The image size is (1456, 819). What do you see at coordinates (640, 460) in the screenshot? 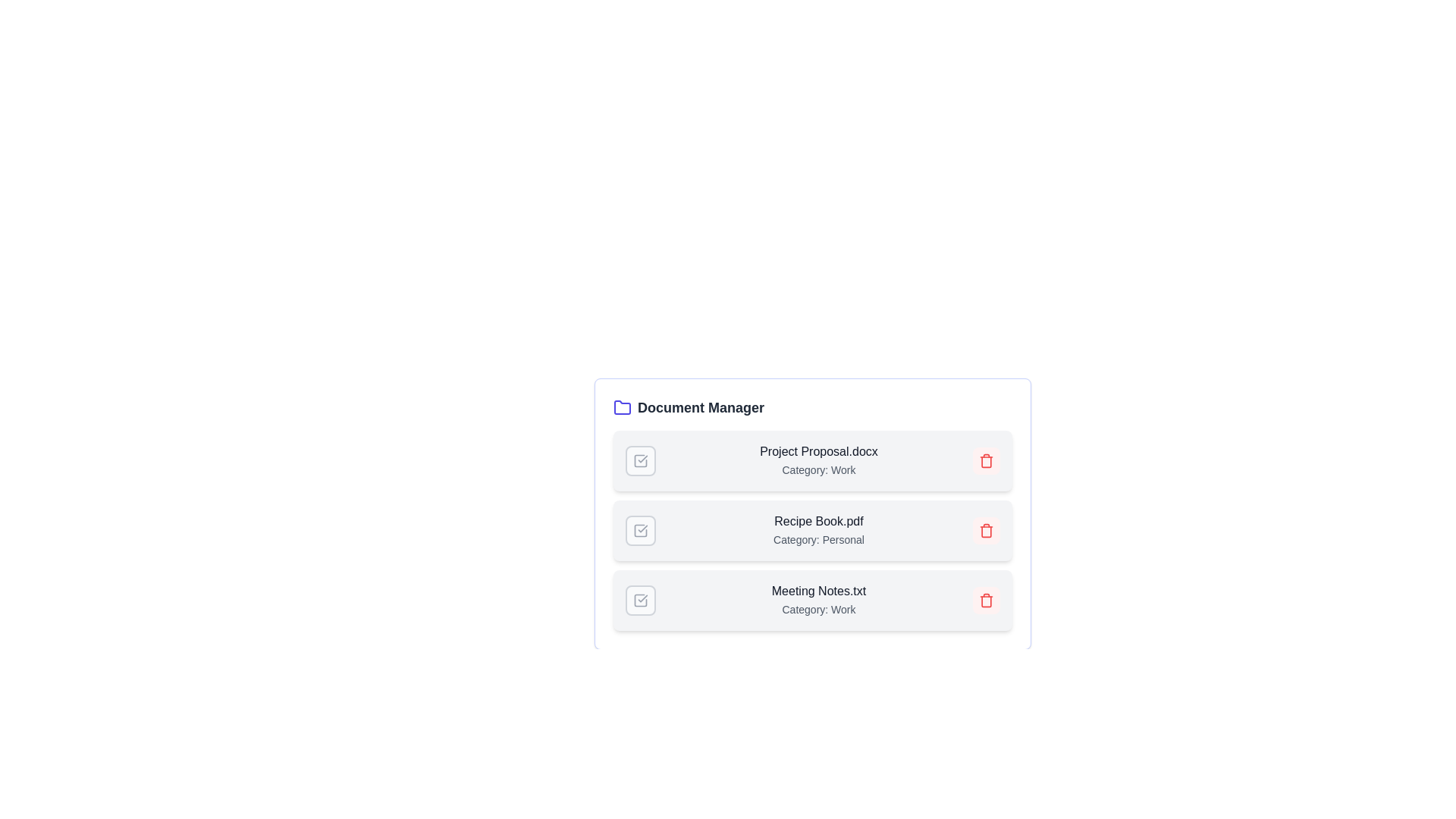
I see `the checkbox with a checkmark inside, located to the left of the 'Project Proposal.docx' and 'Category: Work' text` at bounding box center [640, 460].